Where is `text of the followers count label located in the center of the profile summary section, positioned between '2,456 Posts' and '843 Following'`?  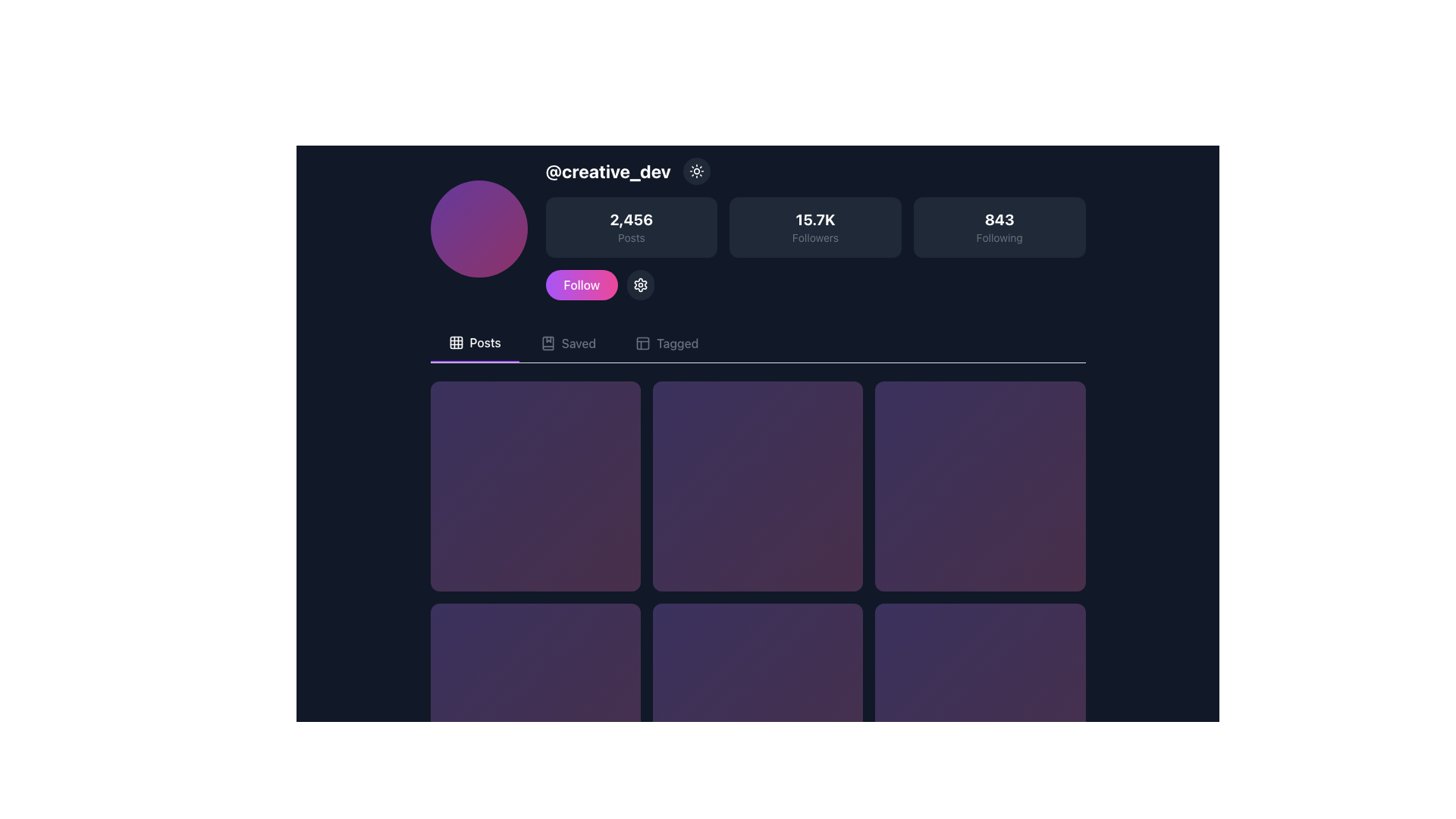
text of the followers count label located in the center of the profile summary section, positioned between '2,456 Posts' and '843 Following' is located at coordinates (814, 219).